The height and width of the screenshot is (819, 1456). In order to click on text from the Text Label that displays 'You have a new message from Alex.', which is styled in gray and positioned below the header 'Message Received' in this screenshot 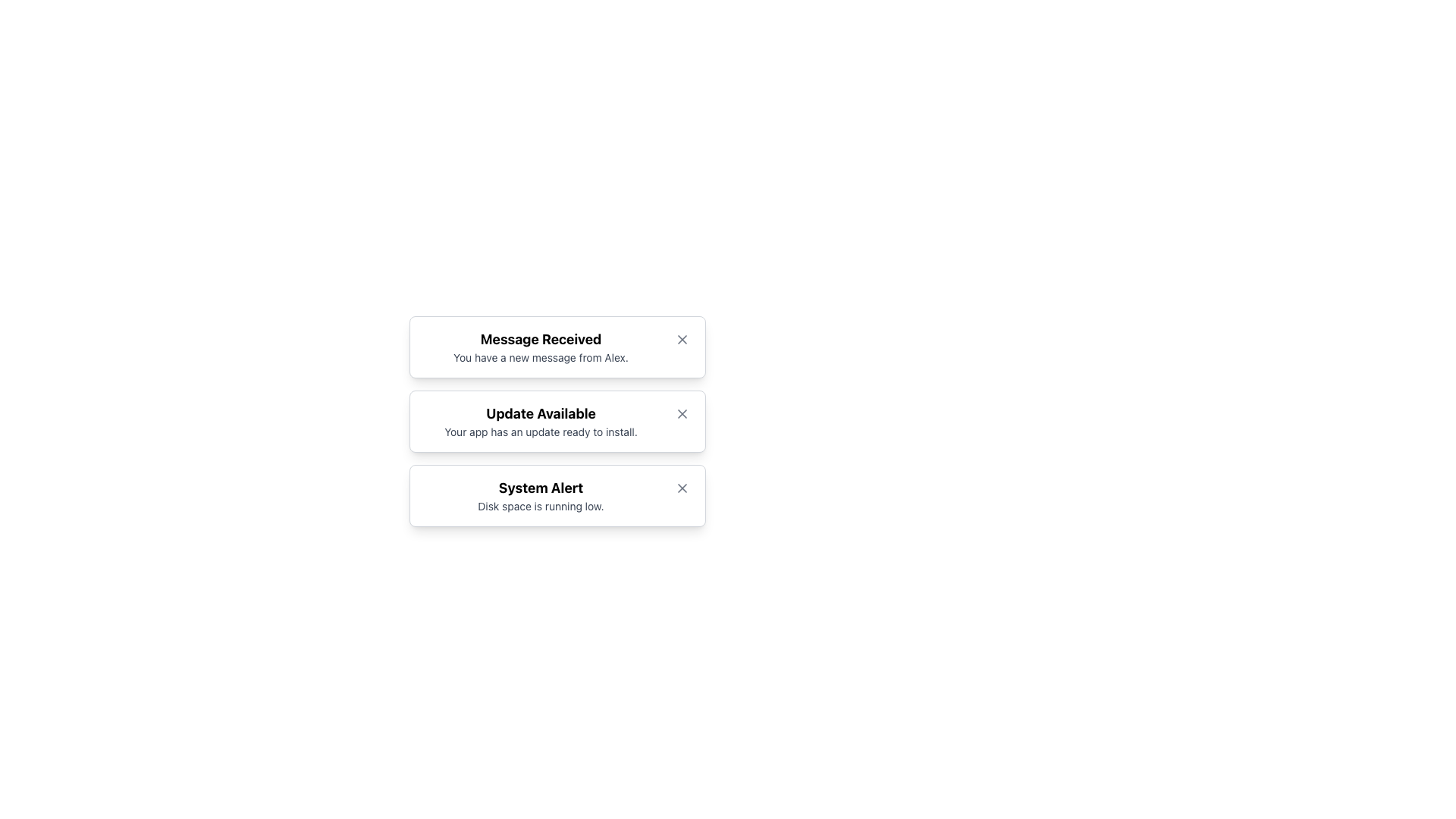, I will do `click(541, 357)`.